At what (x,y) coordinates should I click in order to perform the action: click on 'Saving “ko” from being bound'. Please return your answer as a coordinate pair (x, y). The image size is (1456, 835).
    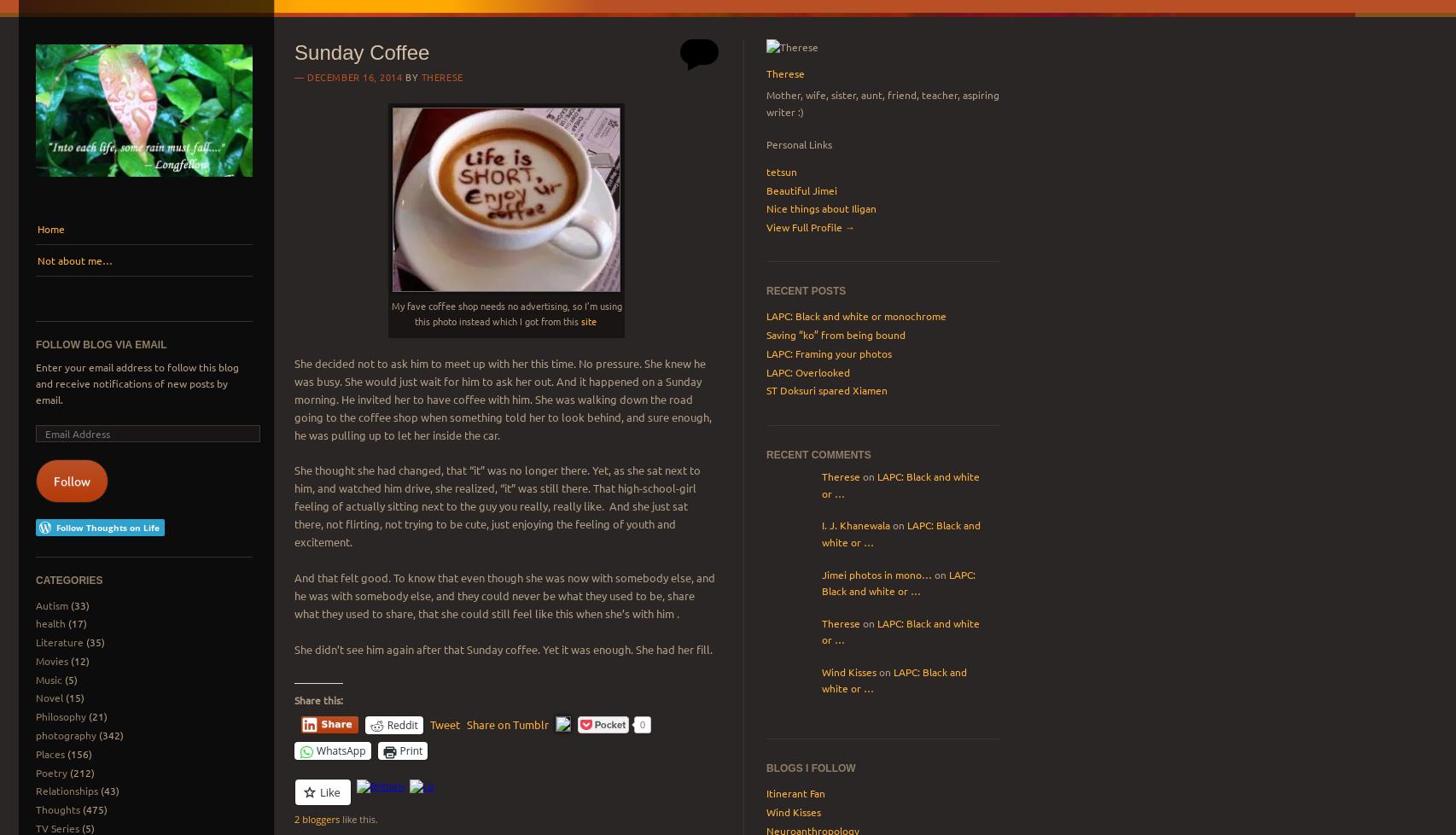
    Looking at the image, I should click on (835, 333).